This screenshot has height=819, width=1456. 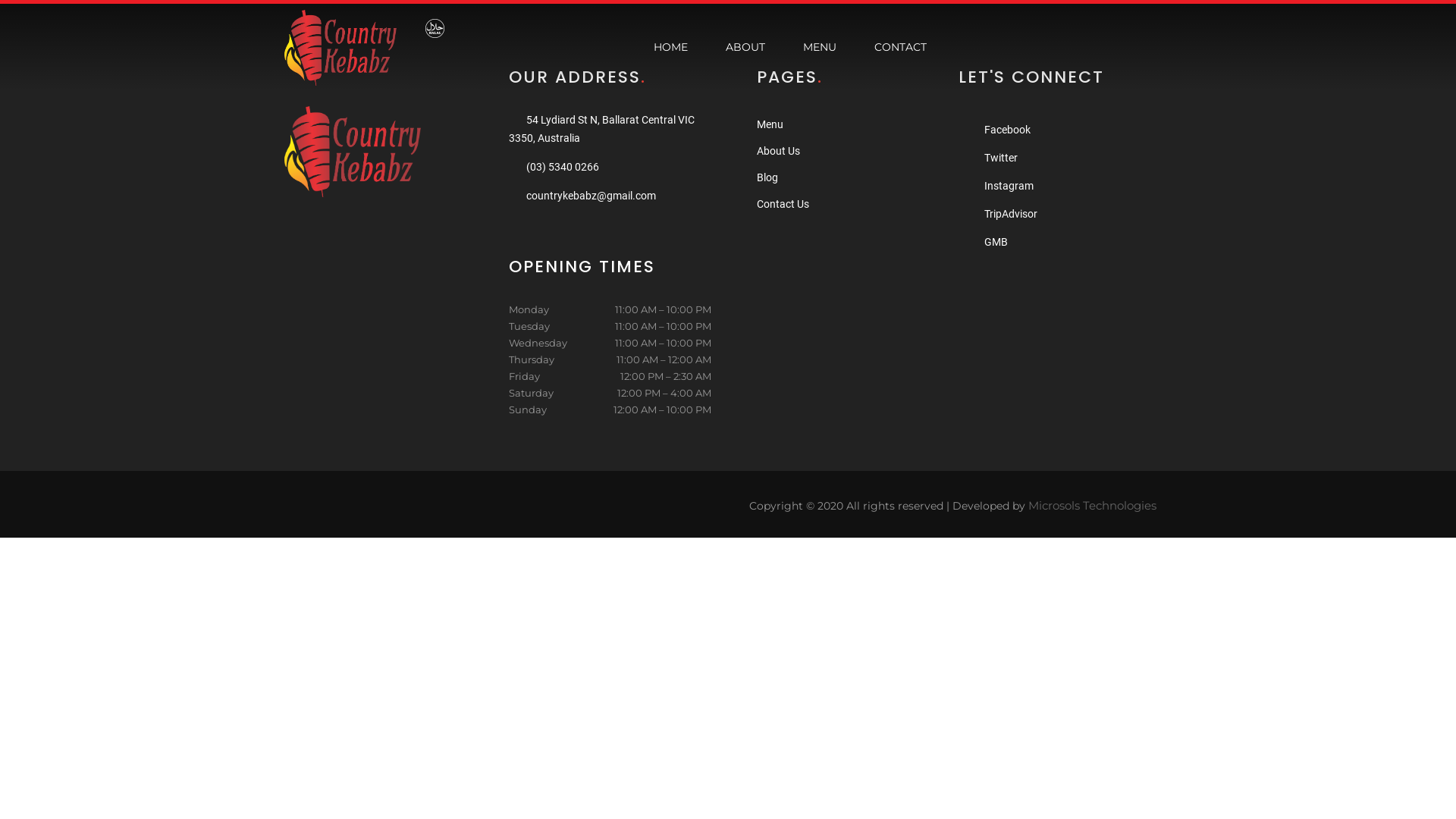 I want to click on 'GMB', so click(x=996, y=241).